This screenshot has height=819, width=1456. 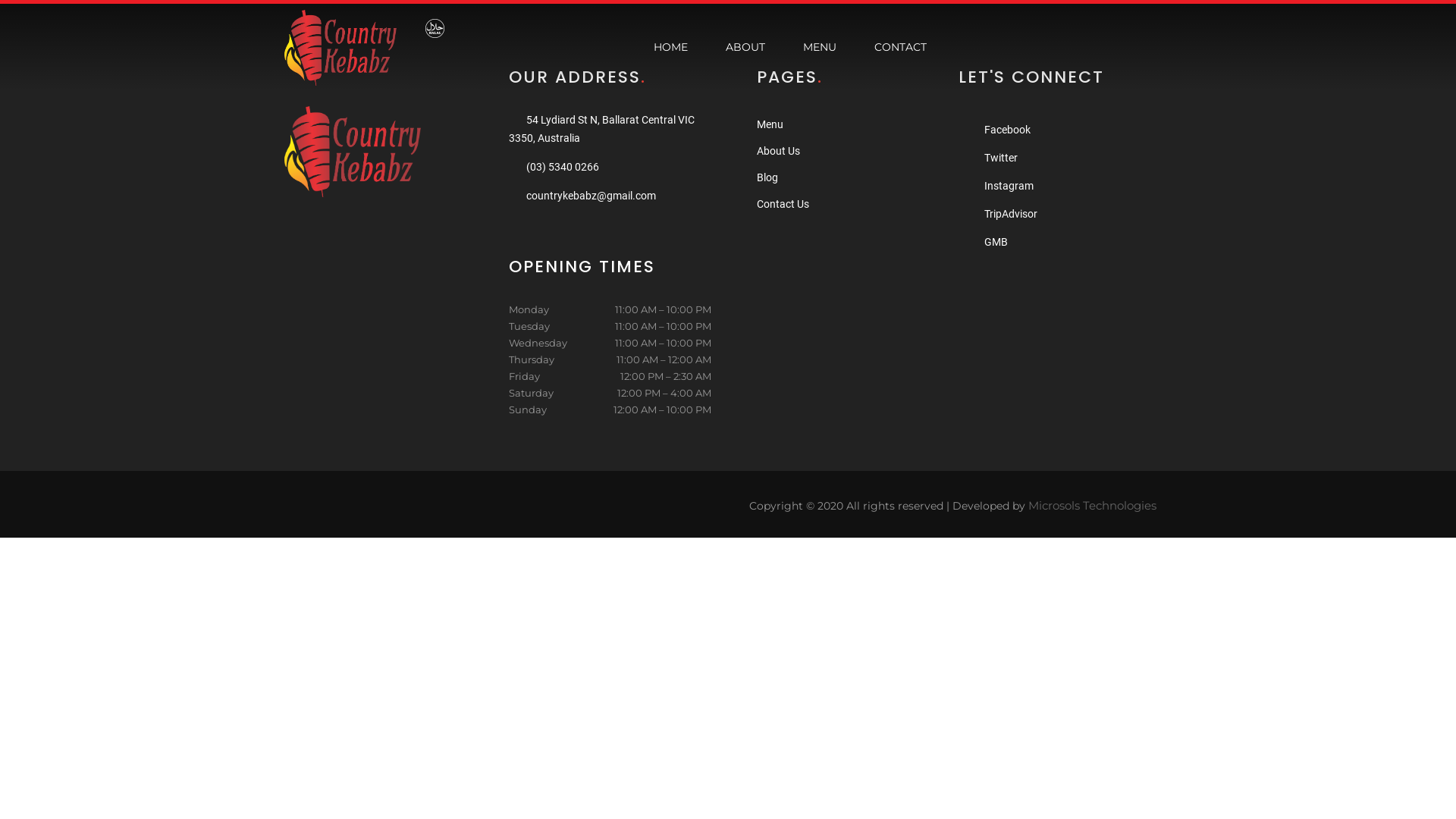 I want to click on 'GMB', so click(x=996, y=241).